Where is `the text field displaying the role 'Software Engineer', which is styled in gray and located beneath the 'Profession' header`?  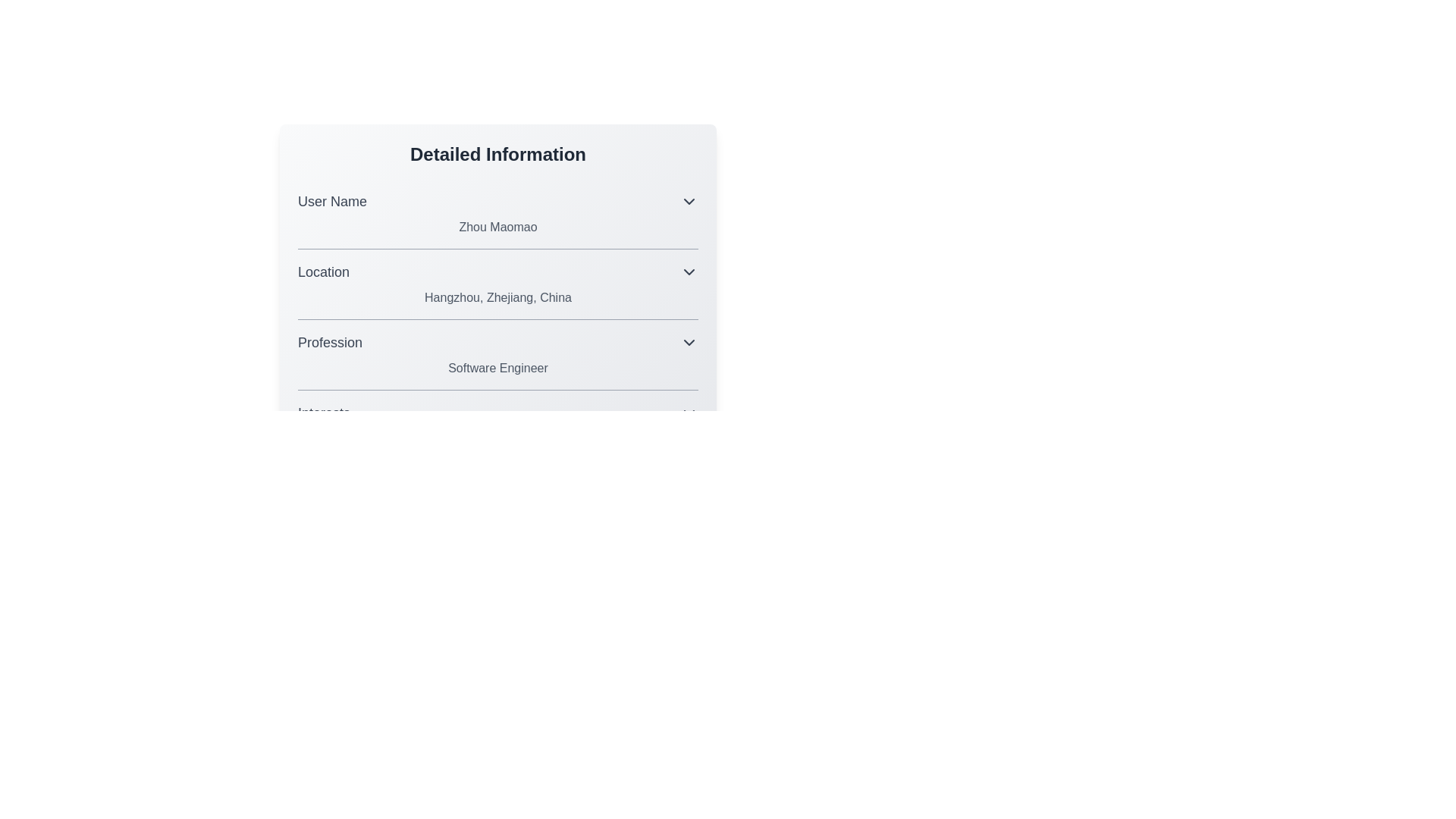
the text field displaying the role 'Software Engineer', which is styled in gray and located beneath the 'Profession' header is located at coordinates (498, 369).